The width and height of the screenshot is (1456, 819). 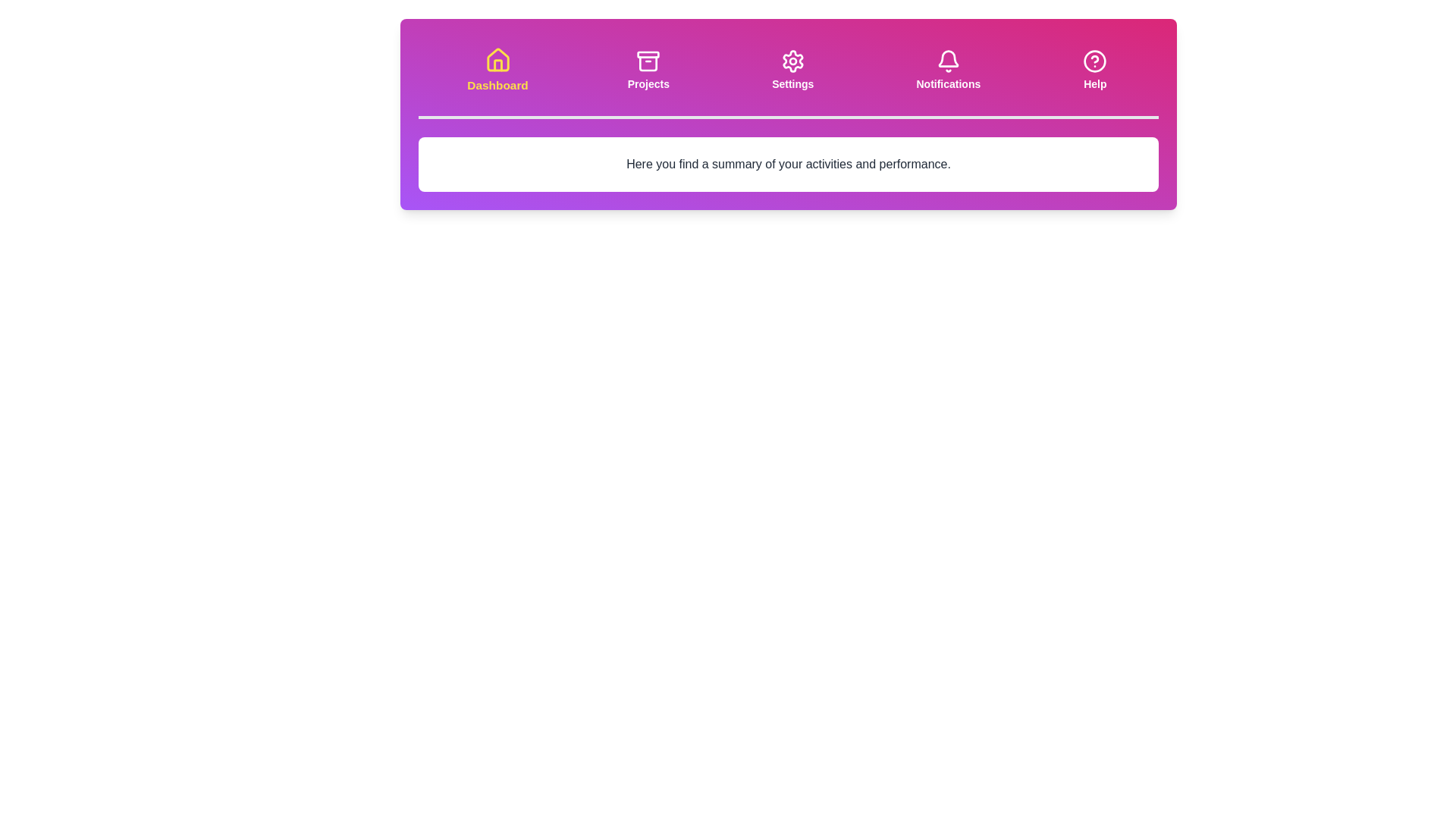 I want to click on the tab titled 'Settings' to observe its icon and title, so click(x=792, y=70).